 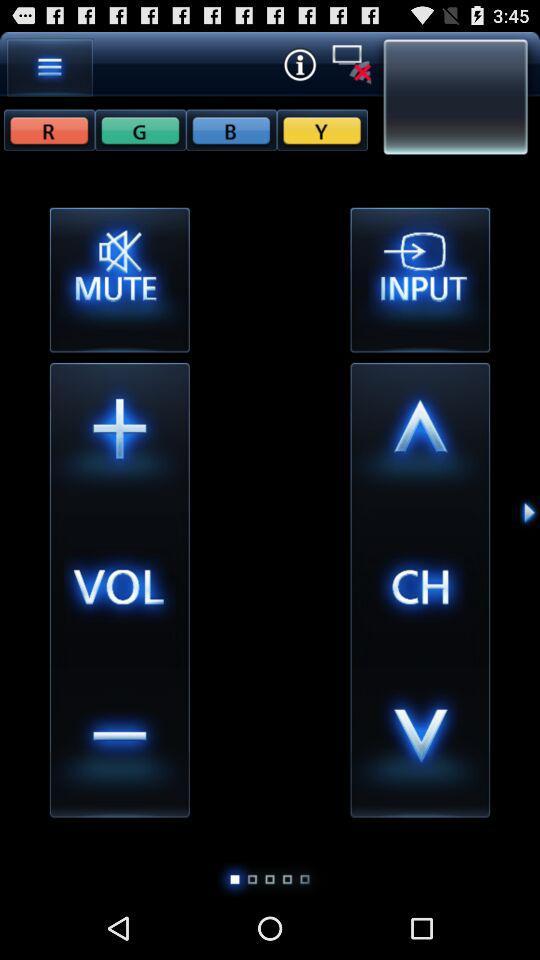 I want to click on the facebook icon, so click(x=139, y=137).